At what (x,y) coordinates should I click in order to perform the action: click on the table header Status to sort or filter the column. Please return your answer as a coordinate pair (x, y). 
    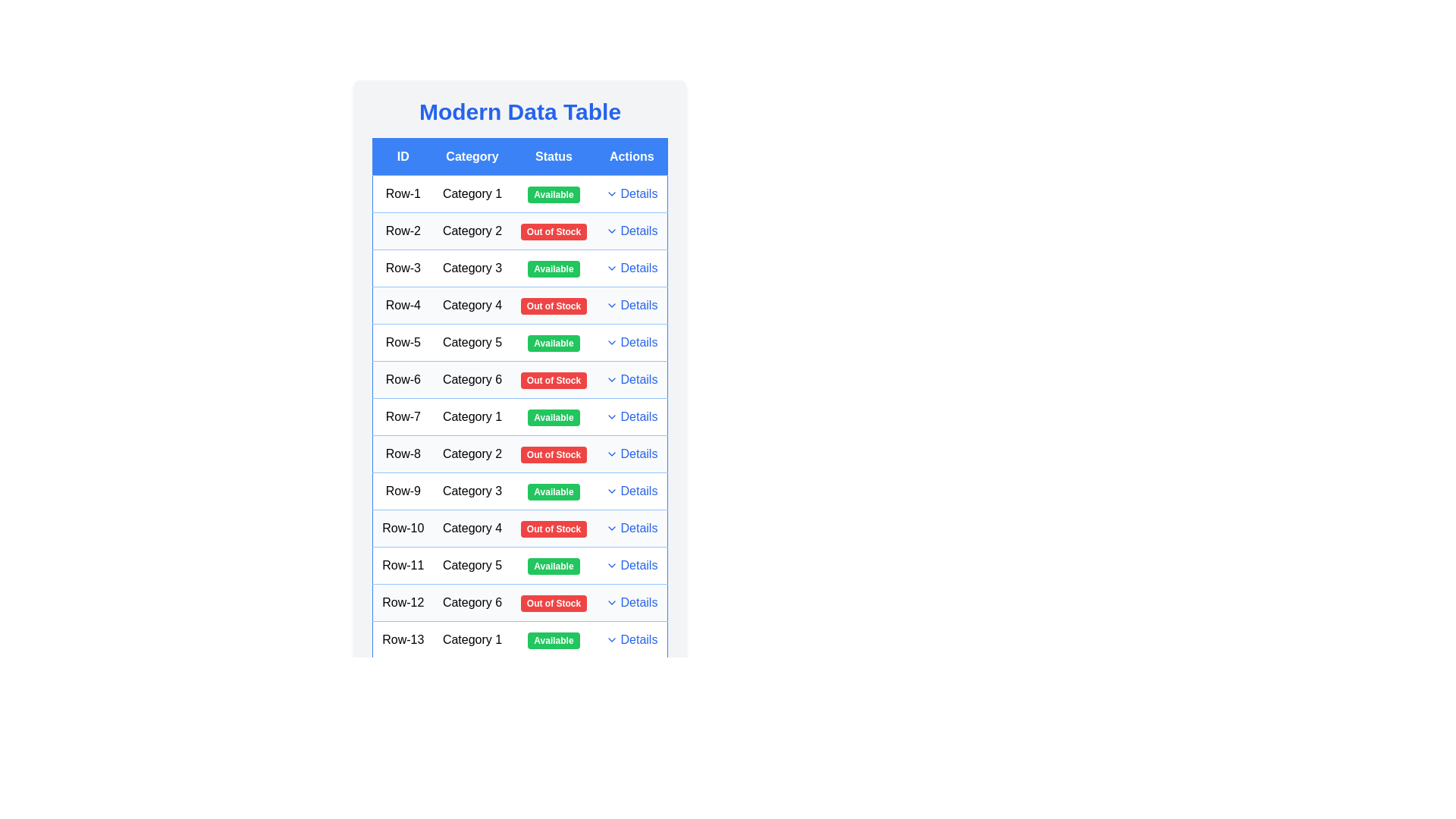
    Looking at the image, I should click on (553, 157).